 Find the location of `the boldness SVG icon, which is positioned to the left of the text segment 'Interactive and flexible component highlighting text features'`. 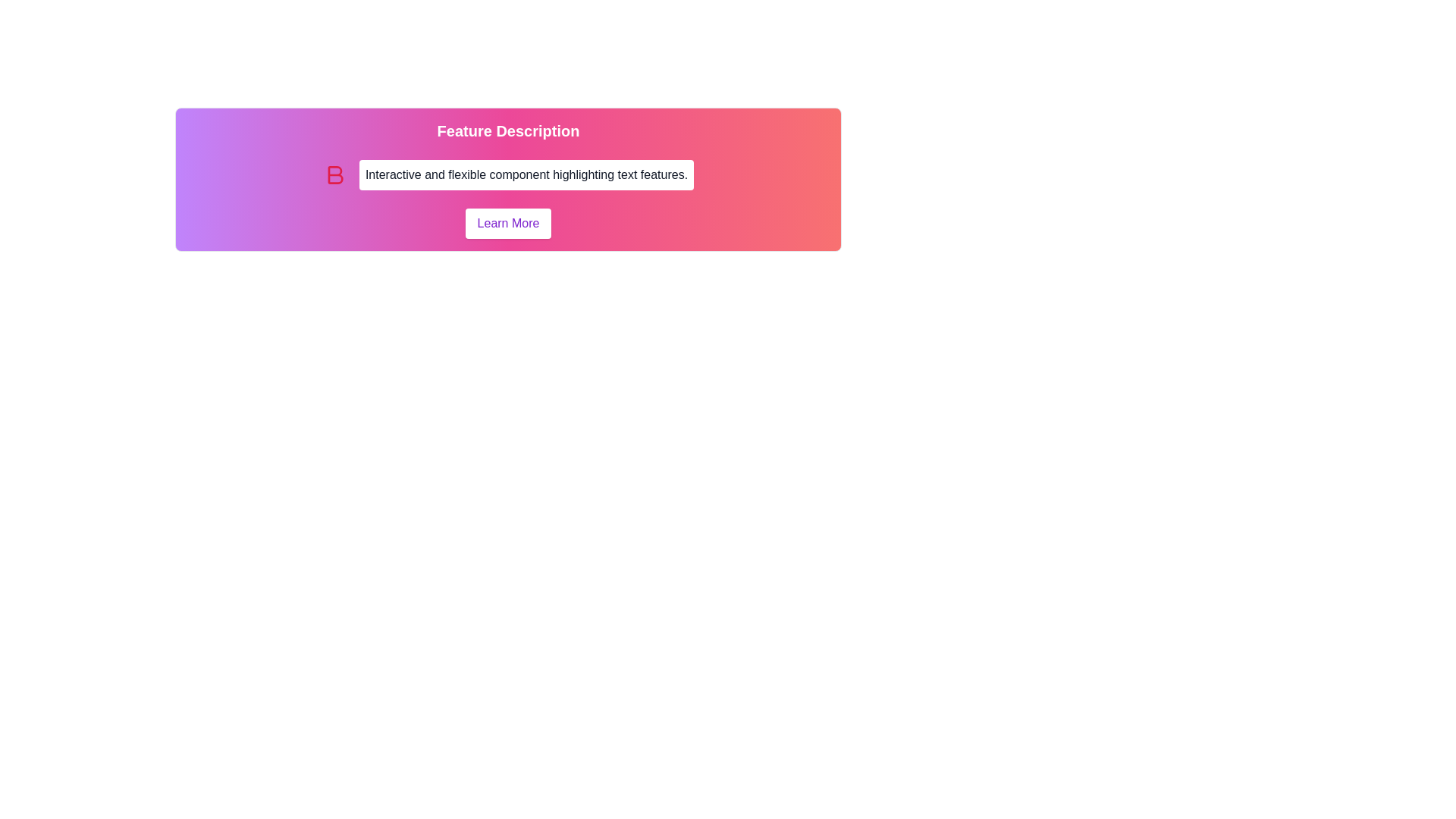

the boldness SVG icon, which is positioned to the left of the text segment 'Interactive and flexible component highlighting text features' is located at coordinates (334, 174).